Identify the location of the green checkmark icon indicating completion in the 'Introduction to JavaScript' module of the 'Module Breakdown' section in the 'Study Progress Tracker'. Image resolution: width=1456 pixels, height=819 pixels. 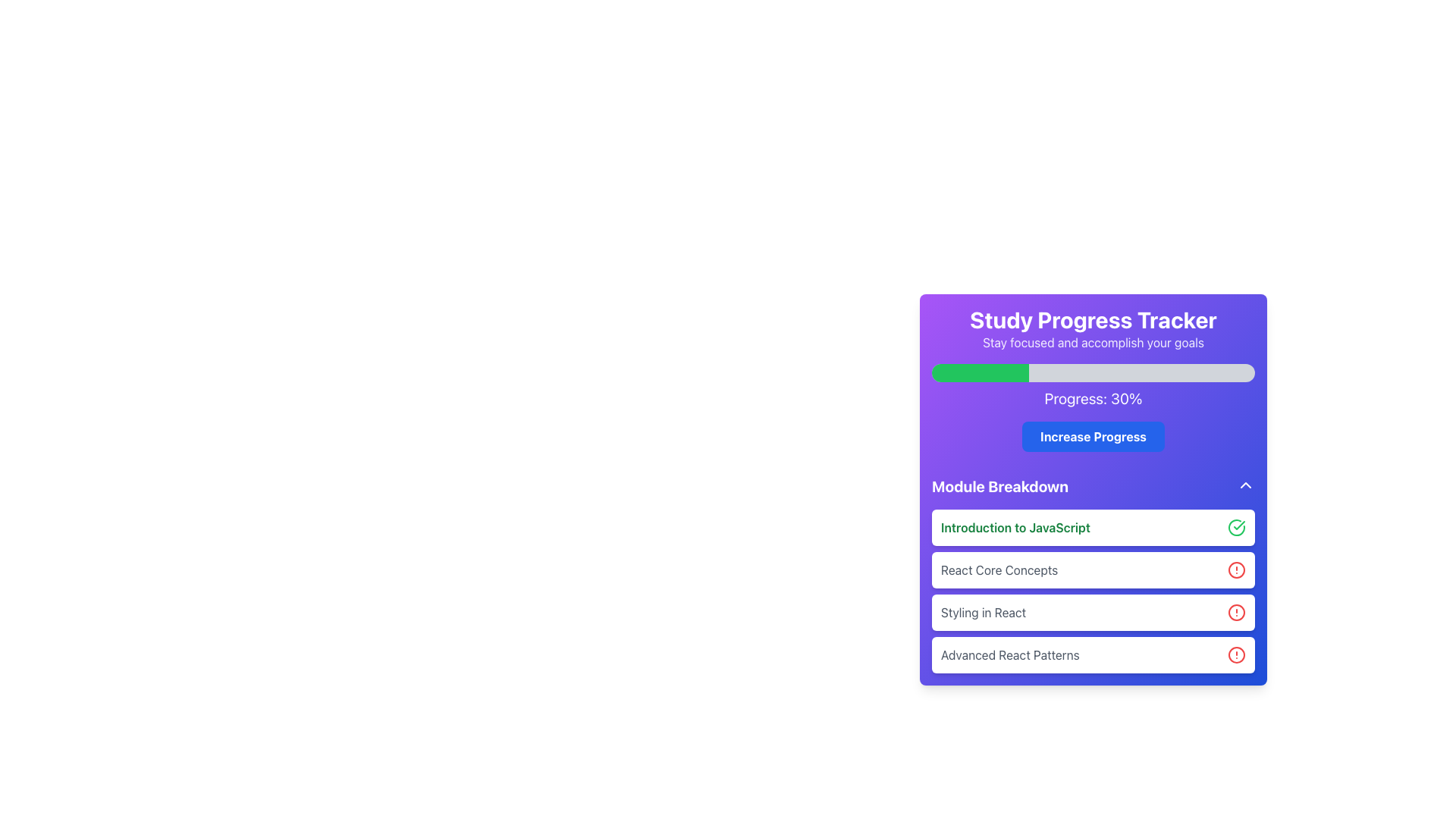
(1239, 525).